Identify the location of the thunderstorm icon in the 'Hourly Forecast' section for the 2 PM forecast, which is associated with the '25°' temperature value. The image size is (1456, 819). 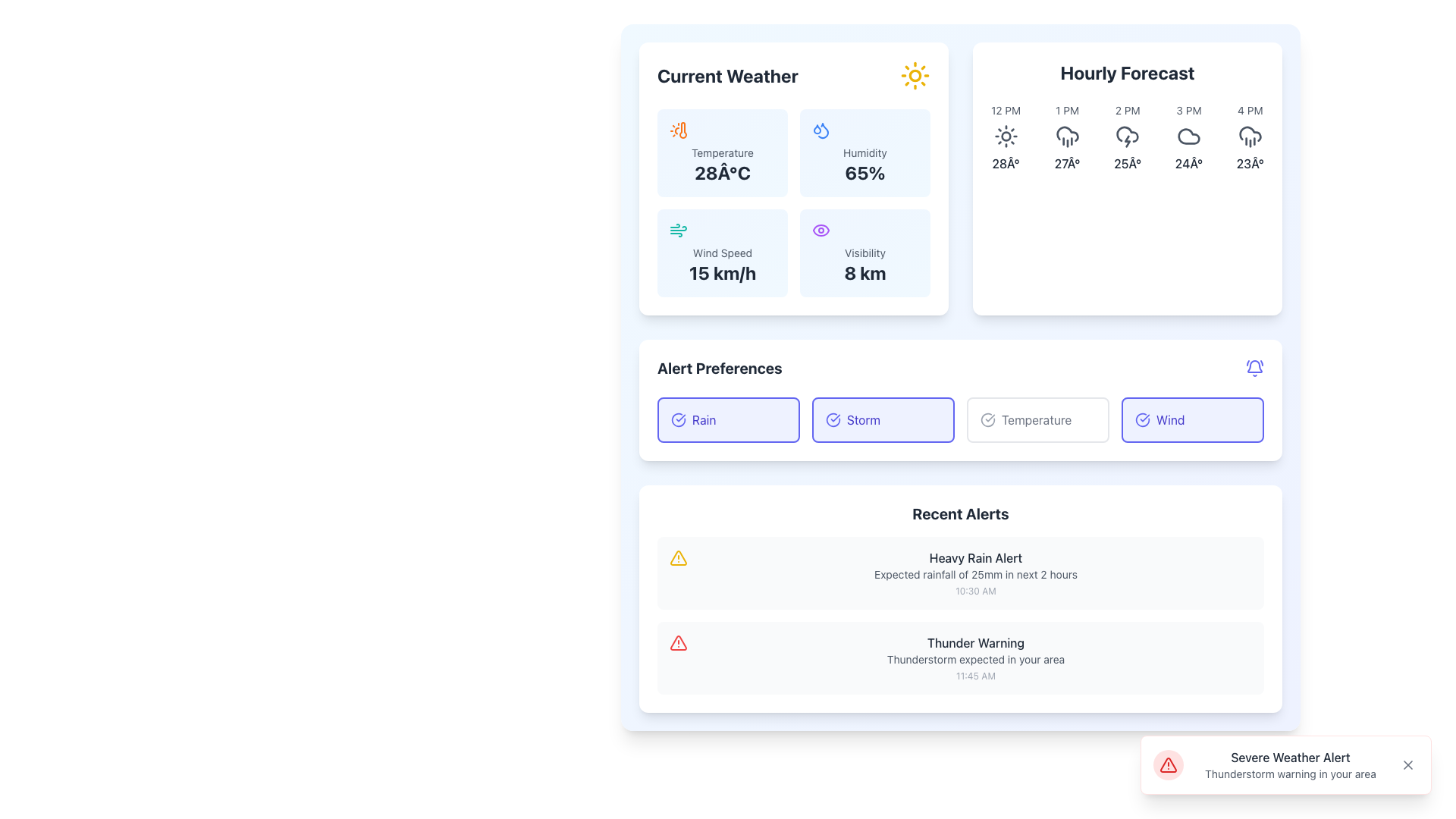
(1128, 136).